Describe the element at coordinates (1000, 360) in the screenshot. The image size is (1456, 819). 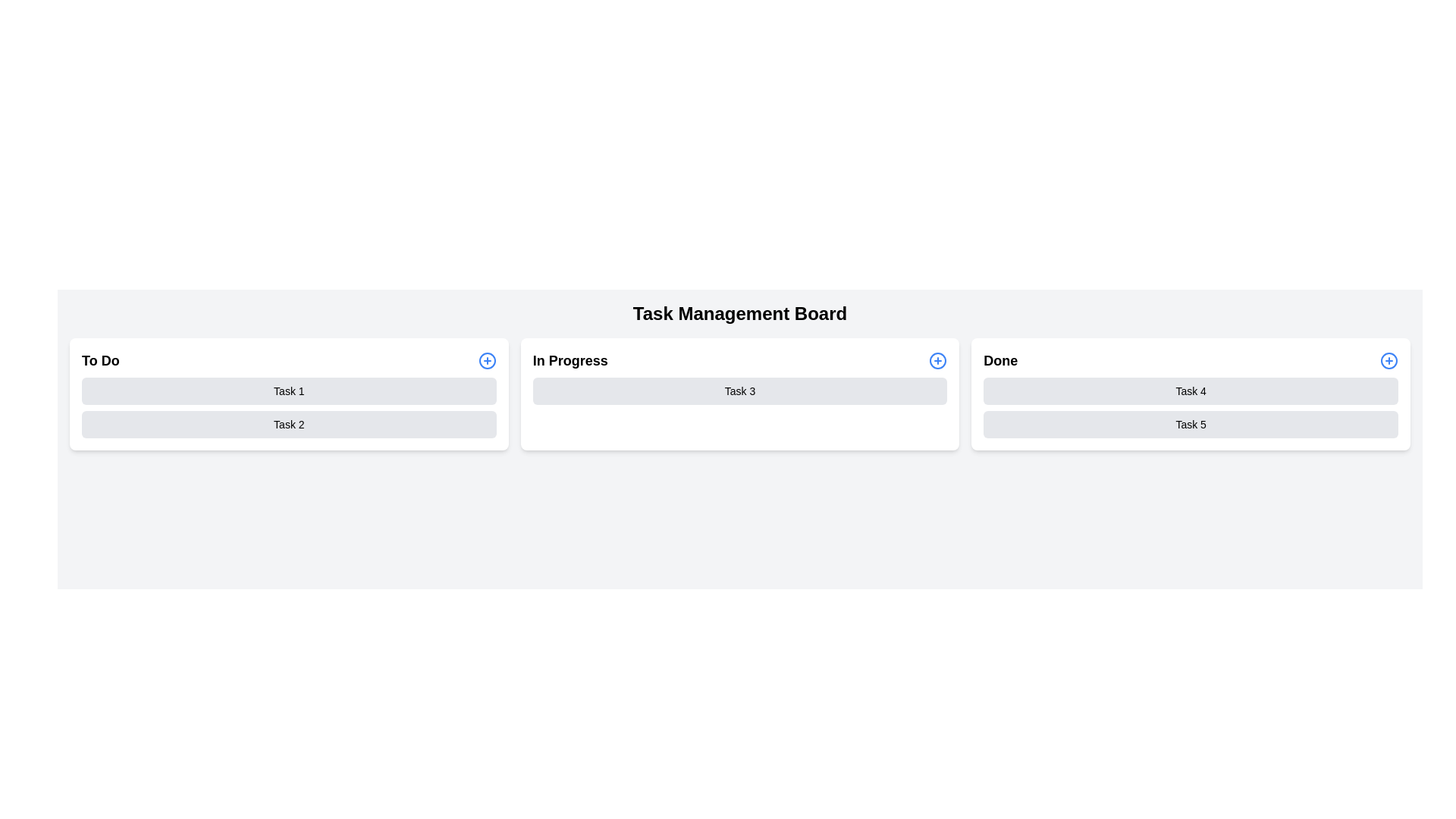
I see `the 'Done' text label, which is prominently displayed in bold at the top of the 'Done' task column` at that location.